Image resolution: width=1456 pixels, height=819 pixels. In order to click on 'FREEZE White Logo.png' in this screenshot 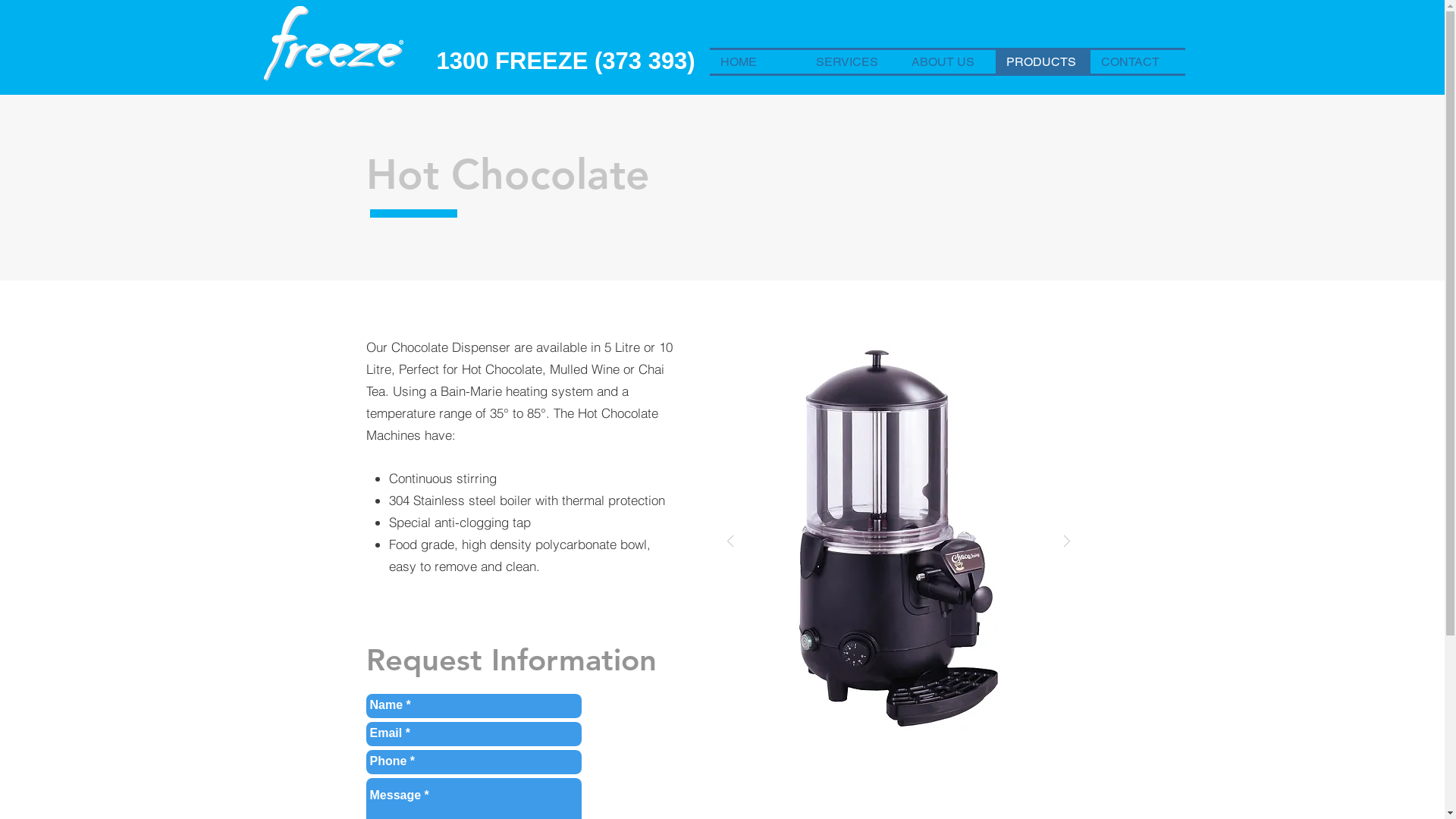, I will do `click(333, 44)`.